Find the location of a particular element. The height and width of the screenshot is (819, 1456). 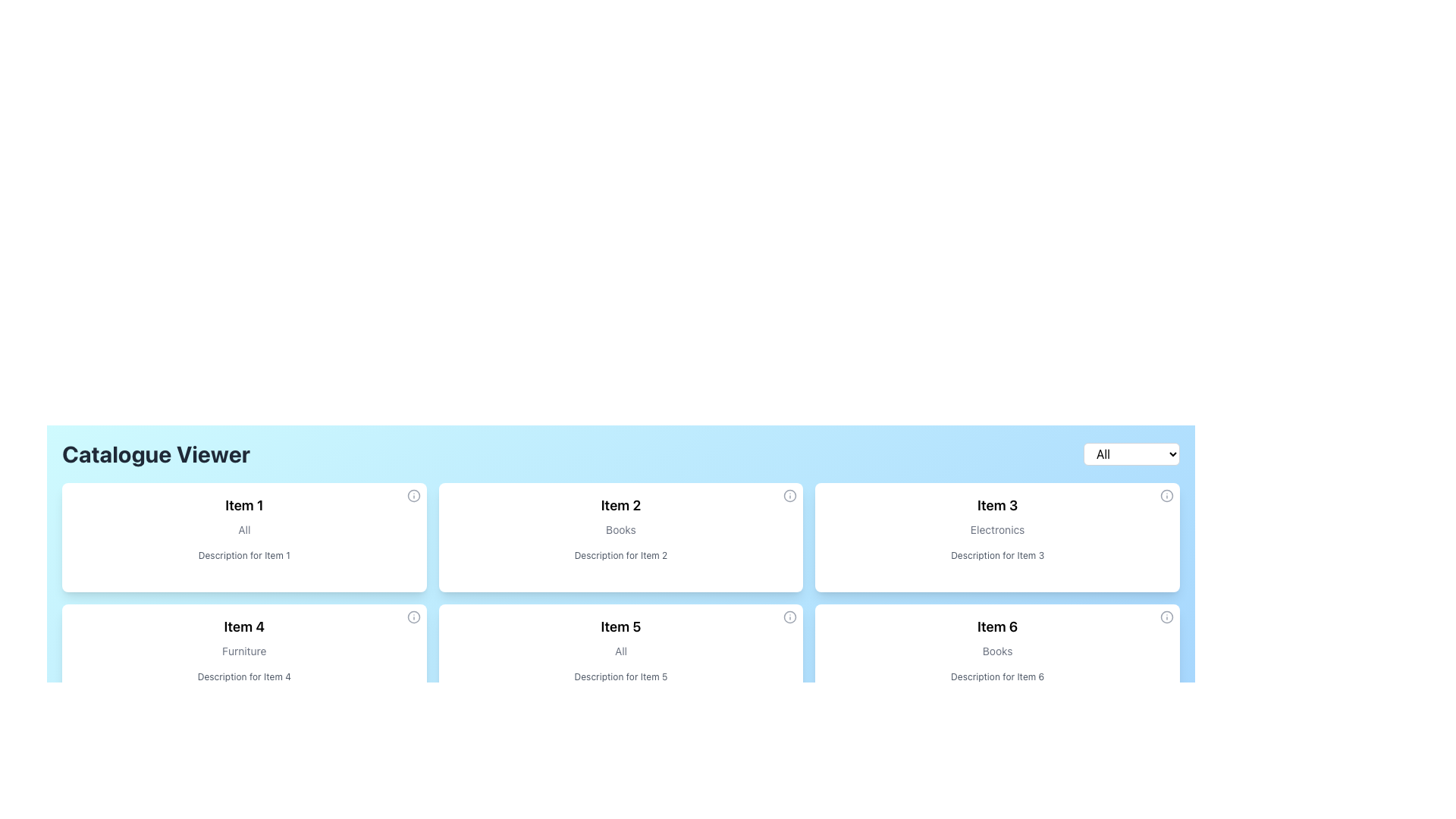

the text label displaying 'Item 1' in bold font style, located at the top of the card in the 'Catalogue Viewer' section is located at coordinates (244, 506).